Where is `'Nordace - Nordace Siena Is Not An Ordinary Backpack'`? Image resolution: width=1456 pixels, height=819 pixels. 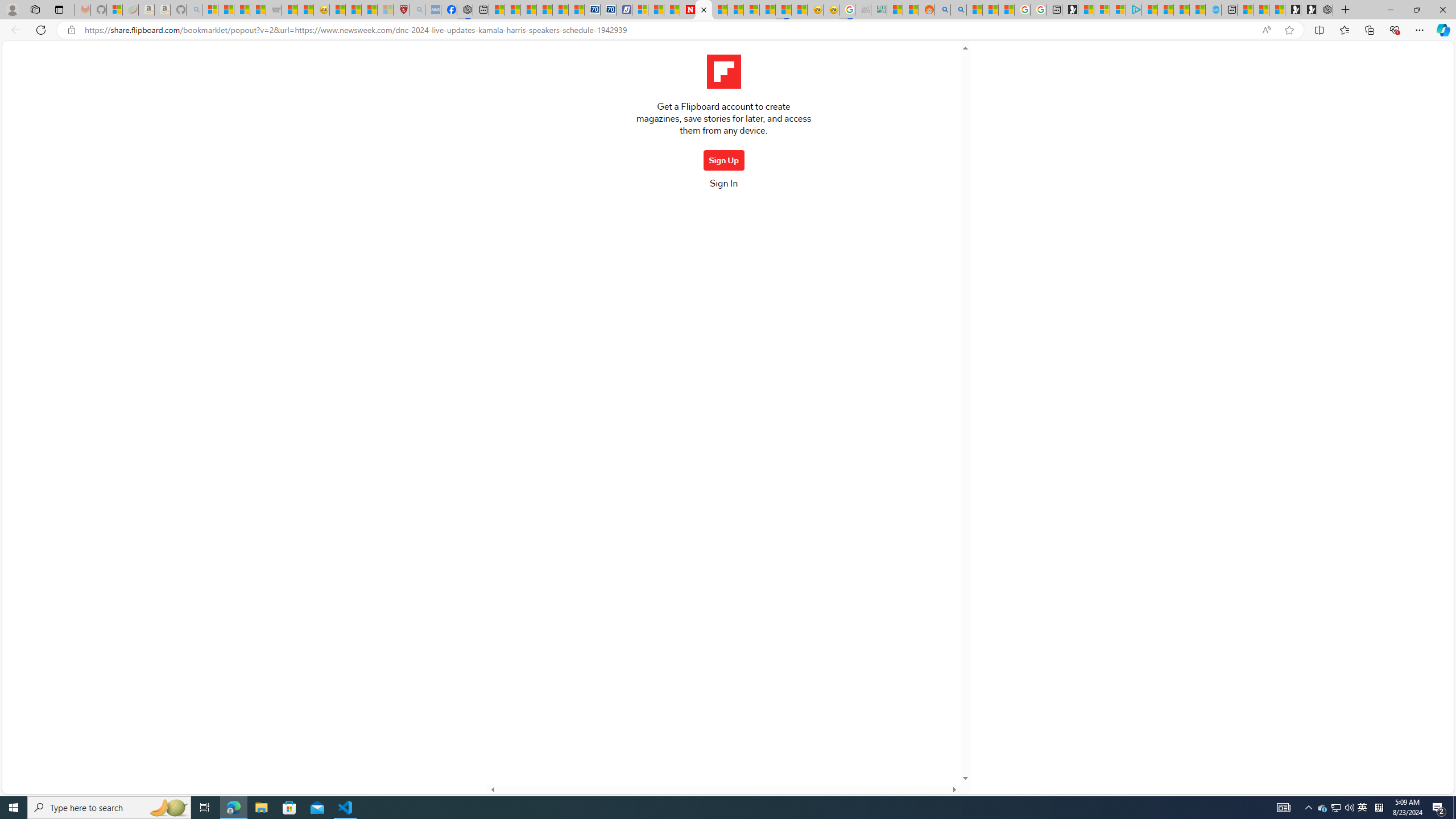
'Nordace - Nordace Siena Is Not An Ordinary Backpack' is located at coordinates (1324, 9).